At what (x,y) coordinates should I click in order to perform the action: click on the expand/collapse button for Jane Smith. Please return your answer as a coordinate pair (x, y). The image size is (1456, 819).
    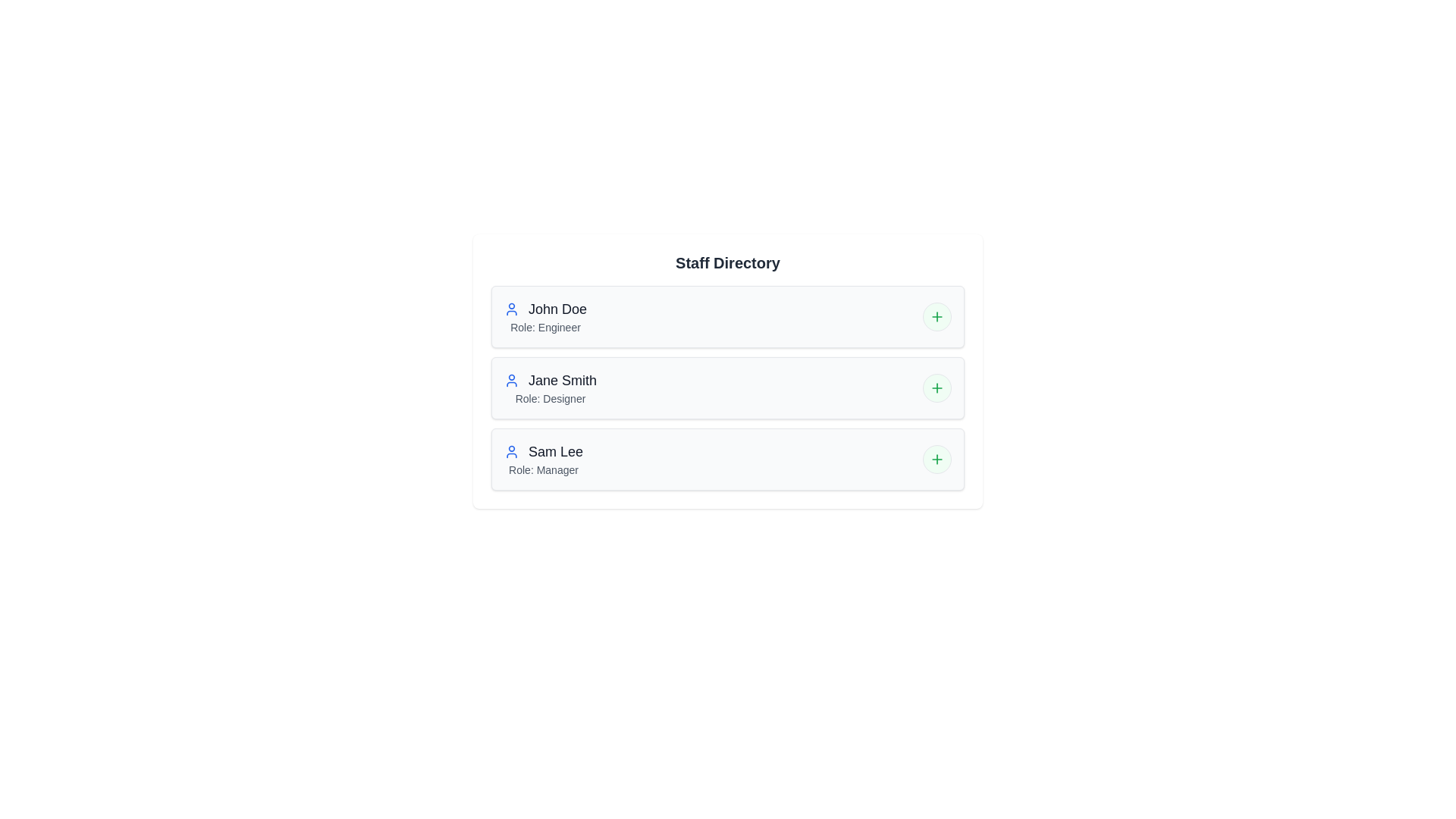
    Looking at the image, I should click on (937, 388).